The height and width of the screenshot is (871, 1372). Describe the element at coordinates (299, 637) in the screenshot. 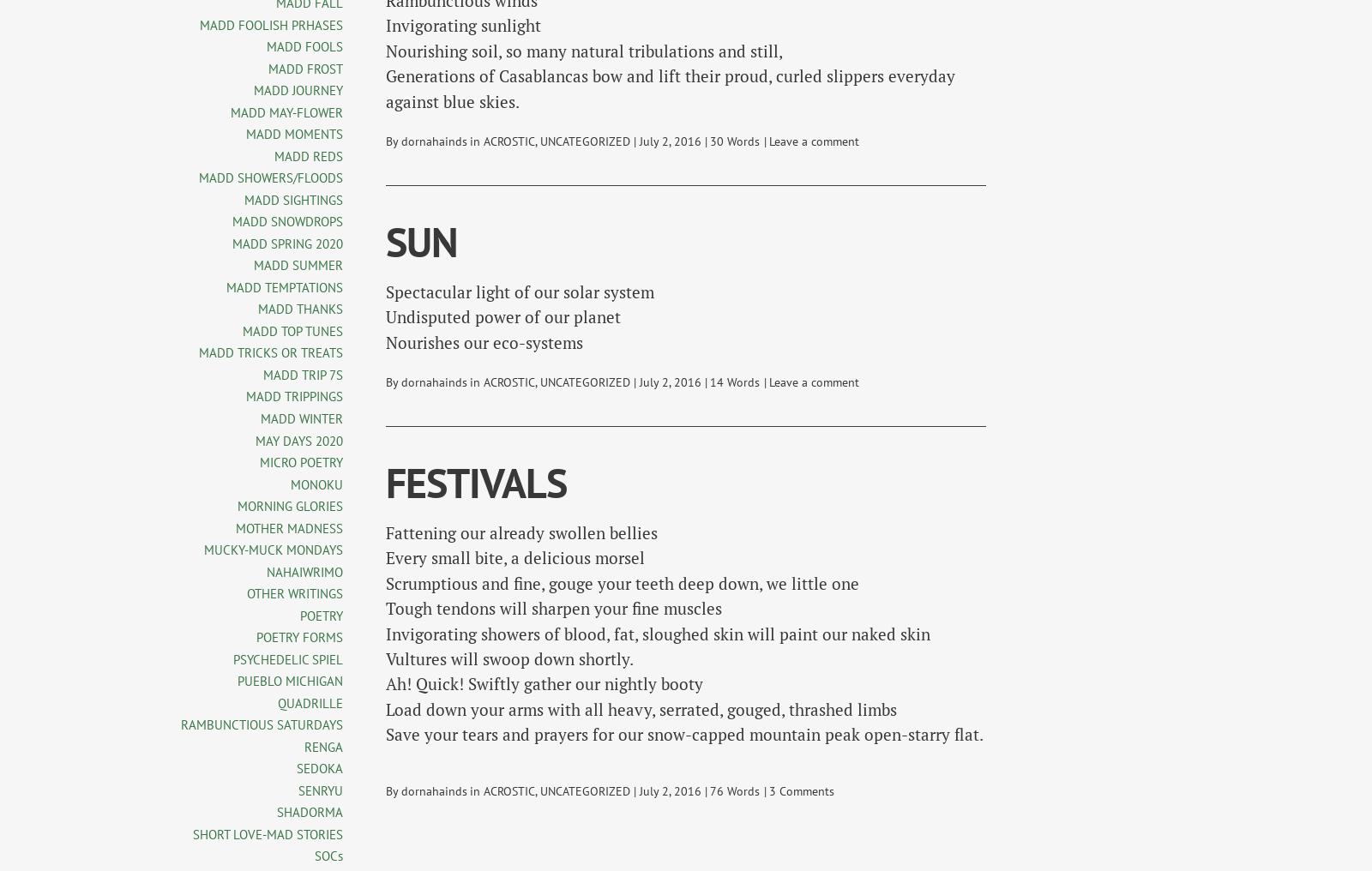

I see `'POETRY FORMS'` at that location.